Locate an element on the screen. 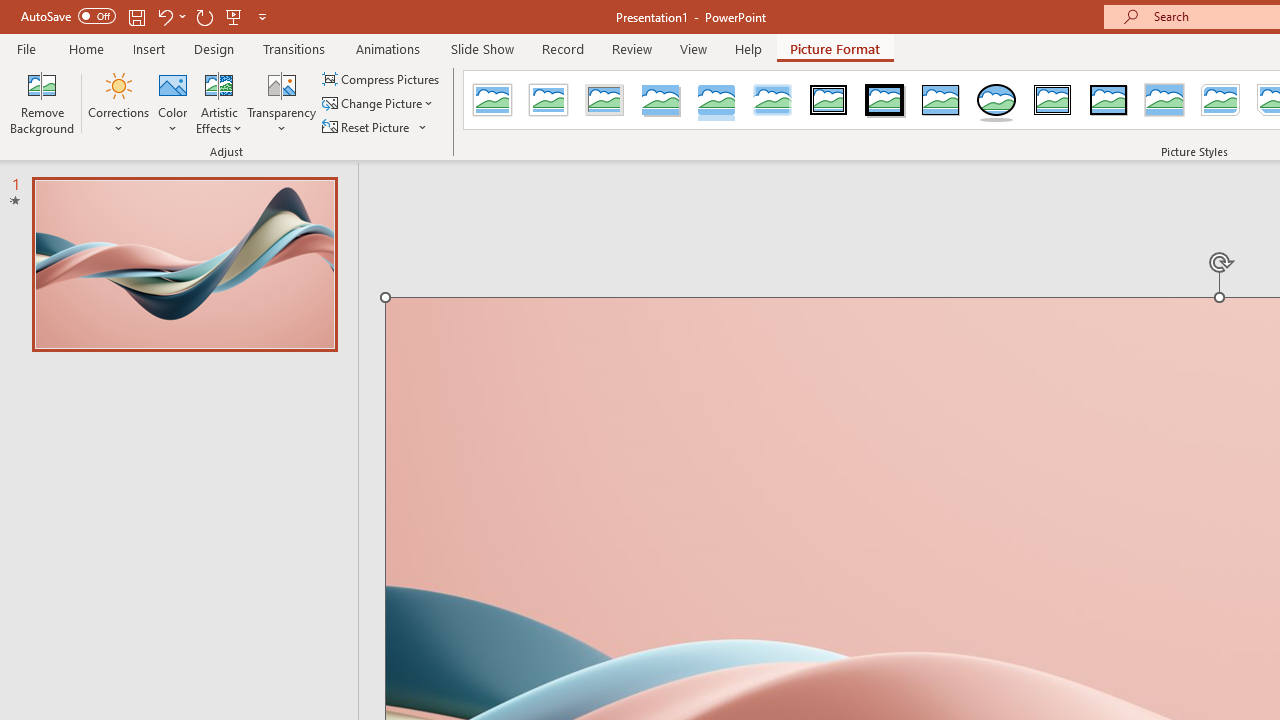 This screenshot has height=720, width=1280. 'Transitions' is located at coordinates (294, 48).